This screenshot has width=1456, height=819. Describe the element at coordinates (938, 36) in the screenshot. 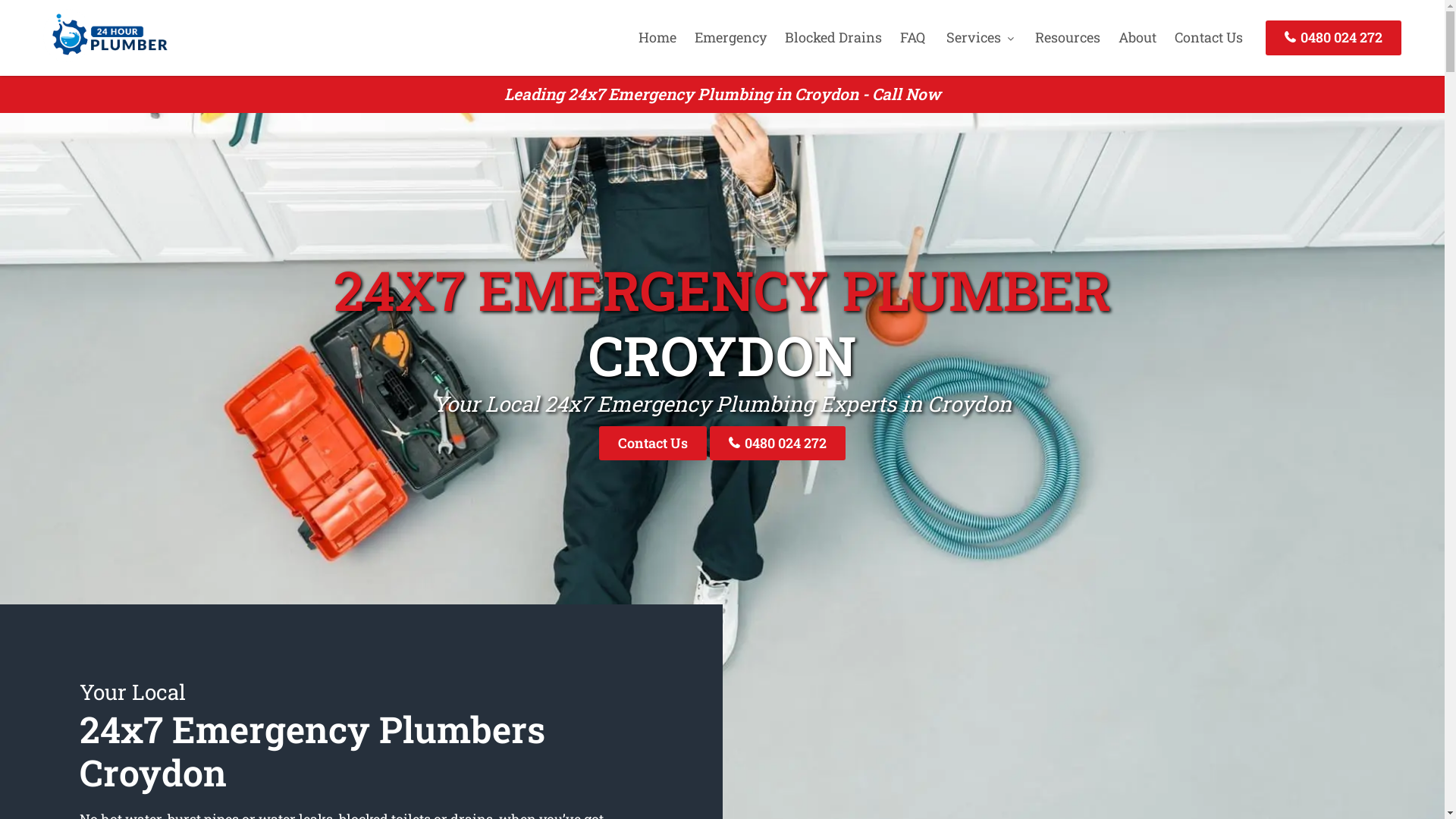

I see `'Services'` at that location.